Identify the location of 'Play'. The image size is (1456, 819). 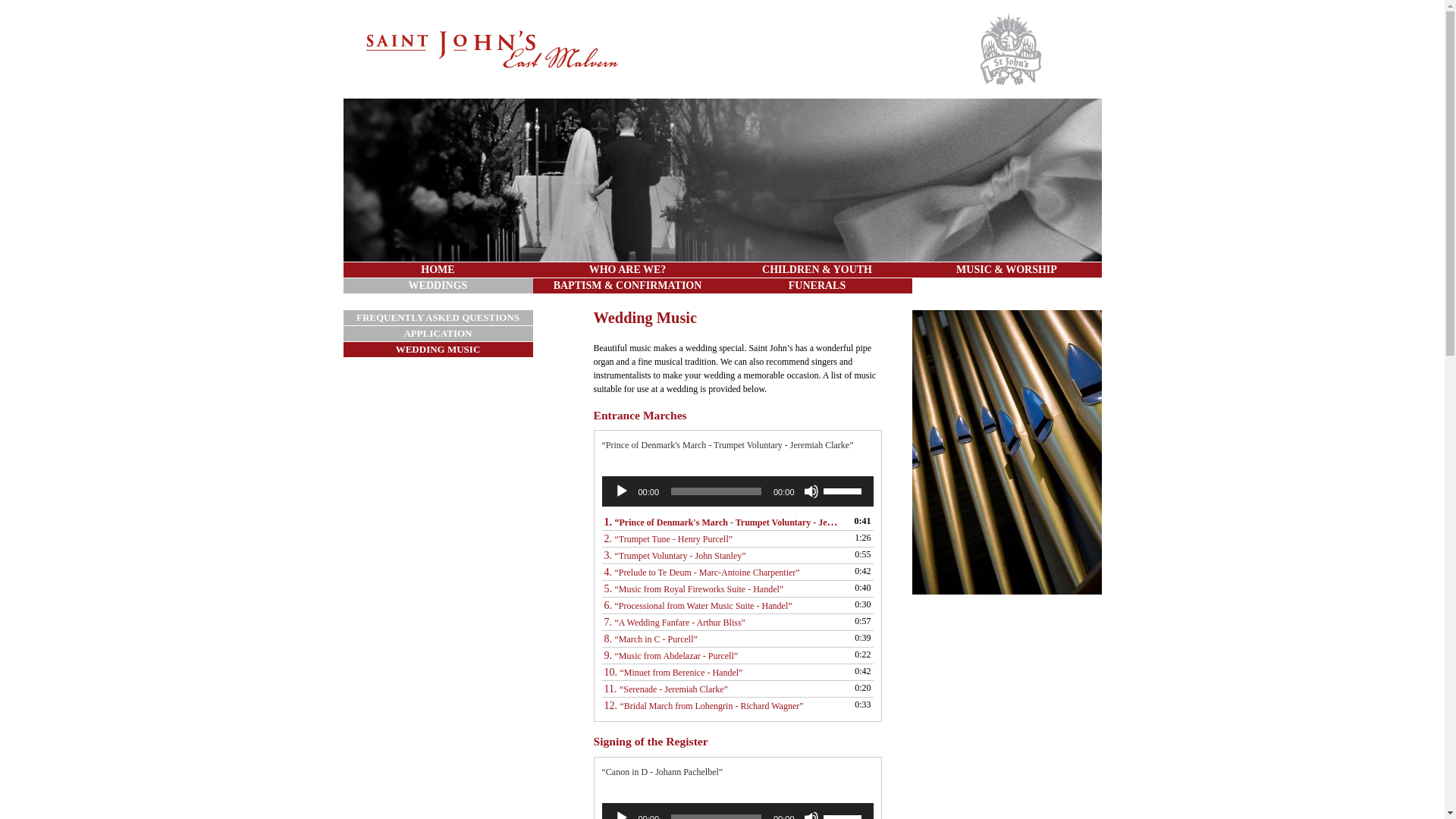
(622, 491).